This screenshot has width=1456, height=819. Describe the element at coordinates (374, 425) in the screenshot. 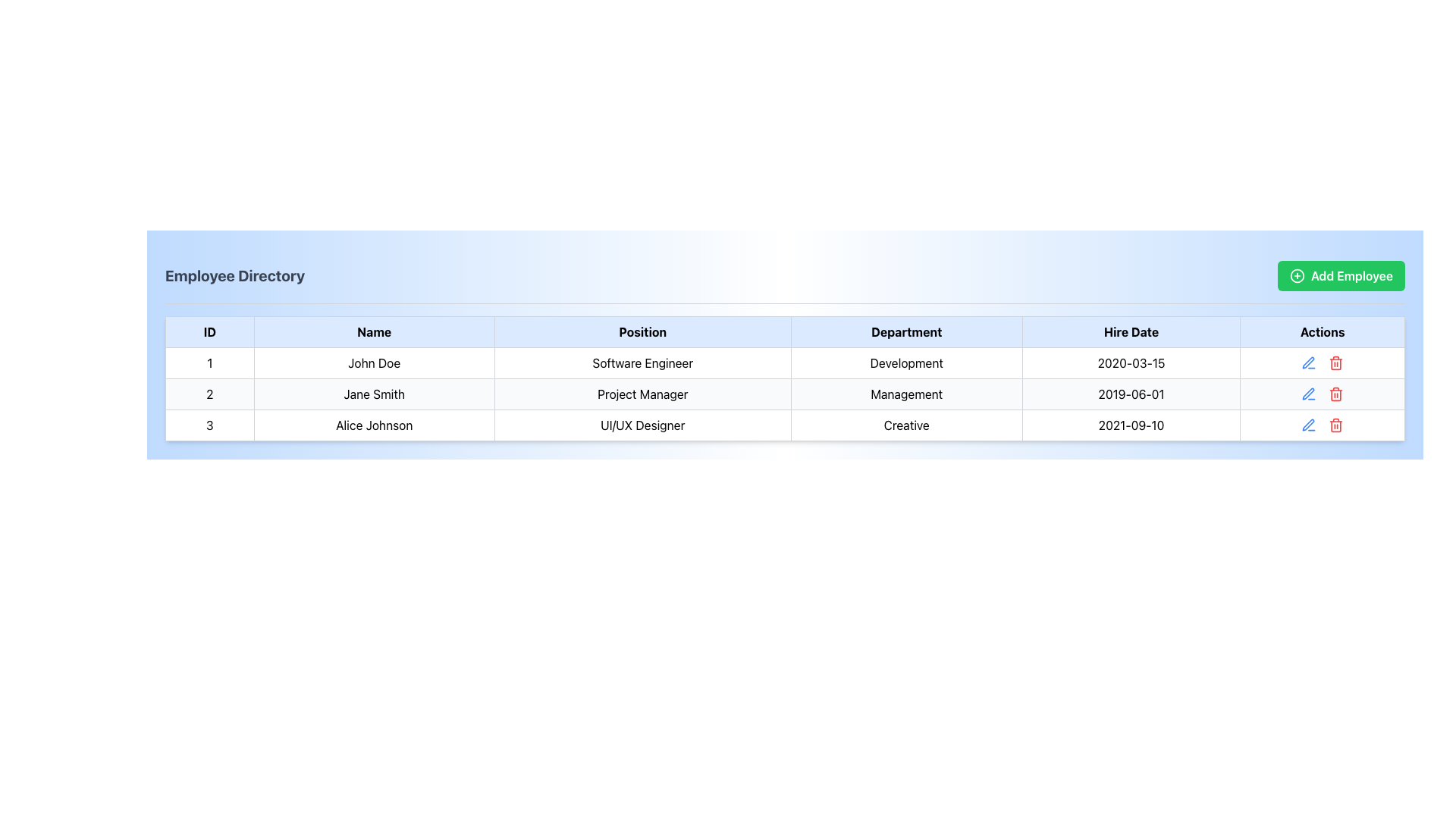

I see `the text cell displaying 'Alice Johnson'` at that location.